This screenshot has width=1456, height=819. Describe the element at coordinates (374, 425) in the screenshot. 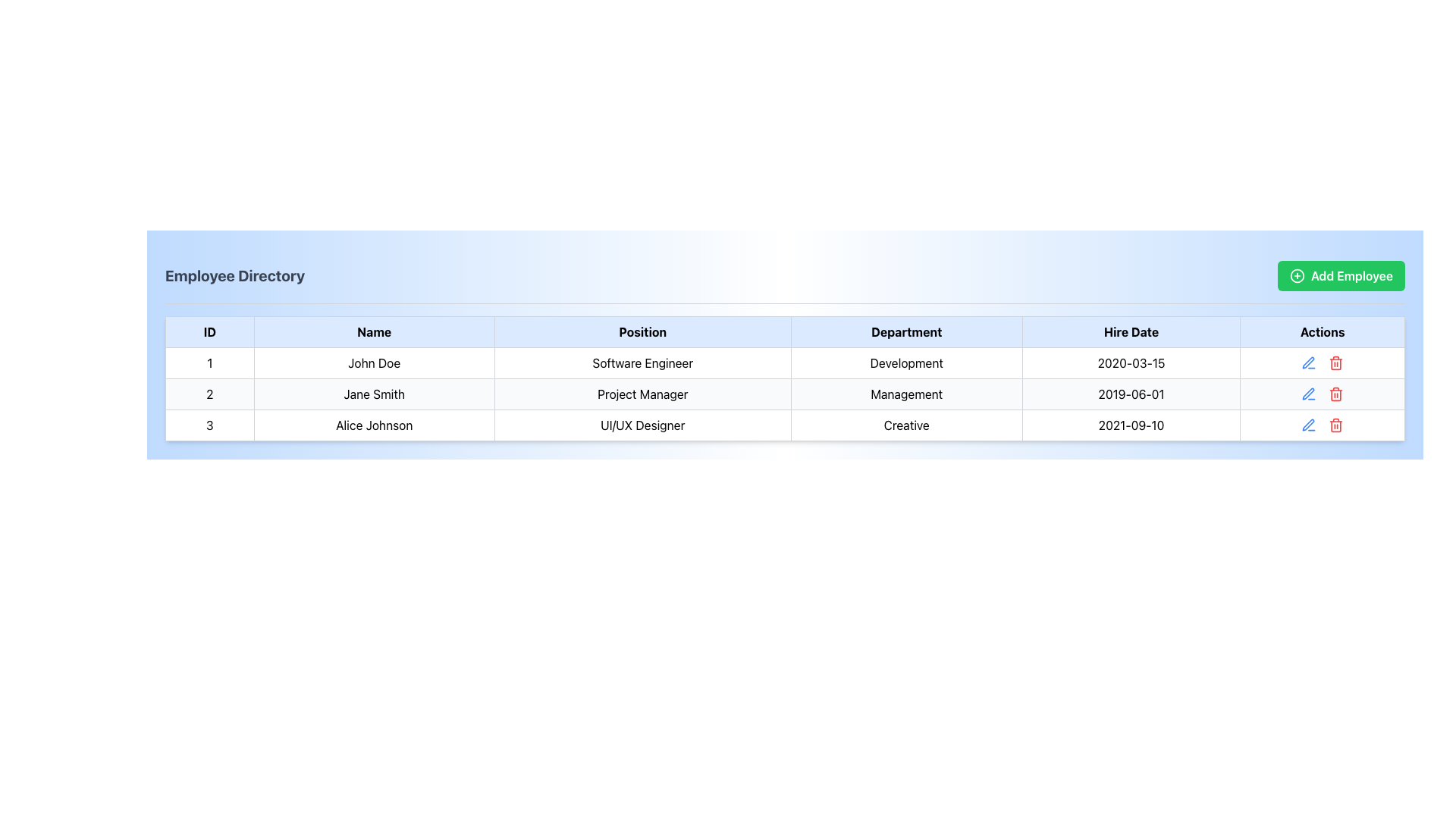

I see `the text cell displaying 'Alice Johnson'` at that location.